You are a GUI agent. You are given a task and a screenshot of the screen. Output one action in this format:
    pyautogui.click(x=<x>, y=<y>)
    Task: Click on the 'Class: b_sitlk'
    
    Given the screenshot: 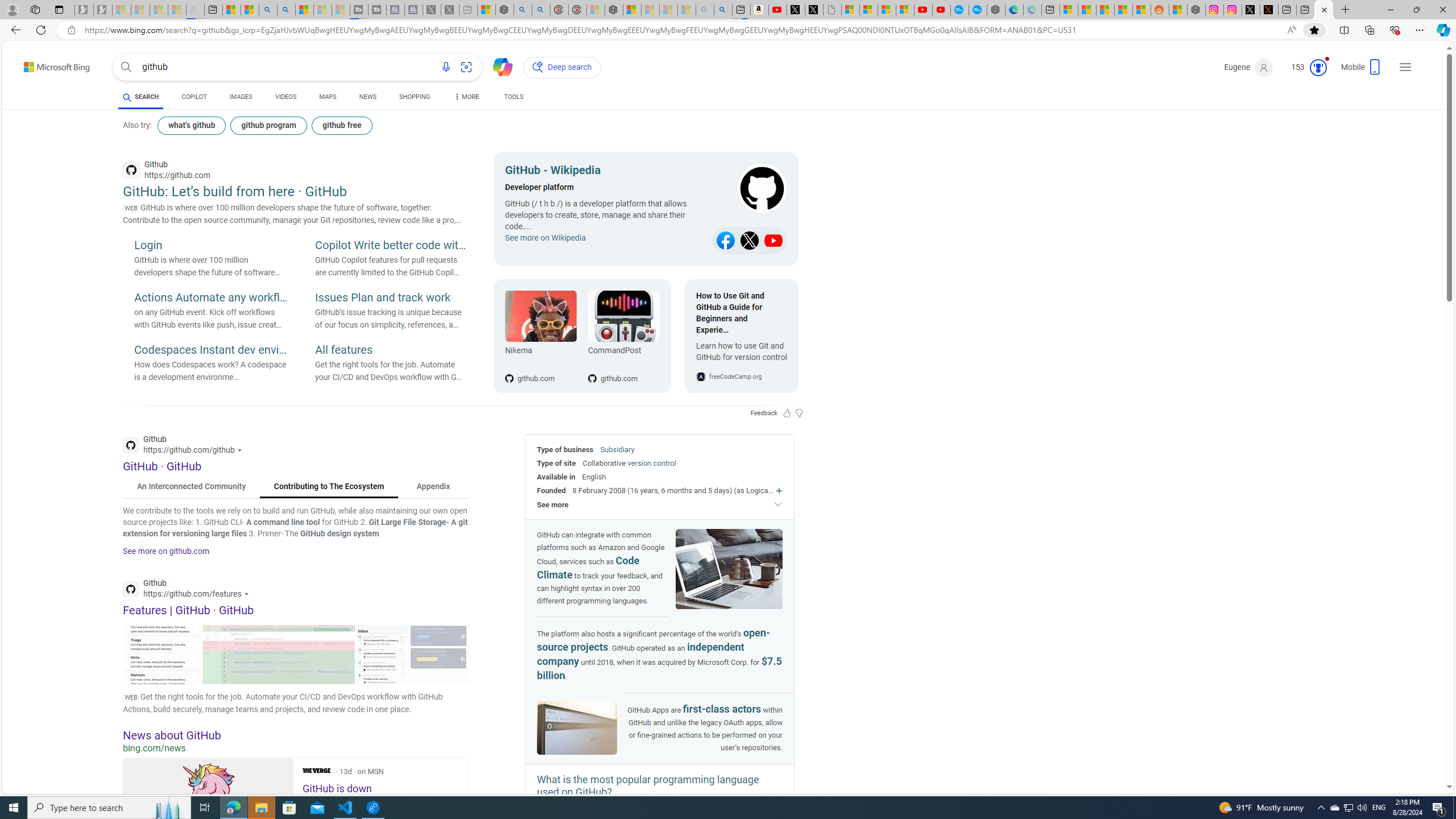 What is the action you would take?
    pyautogui.click(x=773, y=240)
    